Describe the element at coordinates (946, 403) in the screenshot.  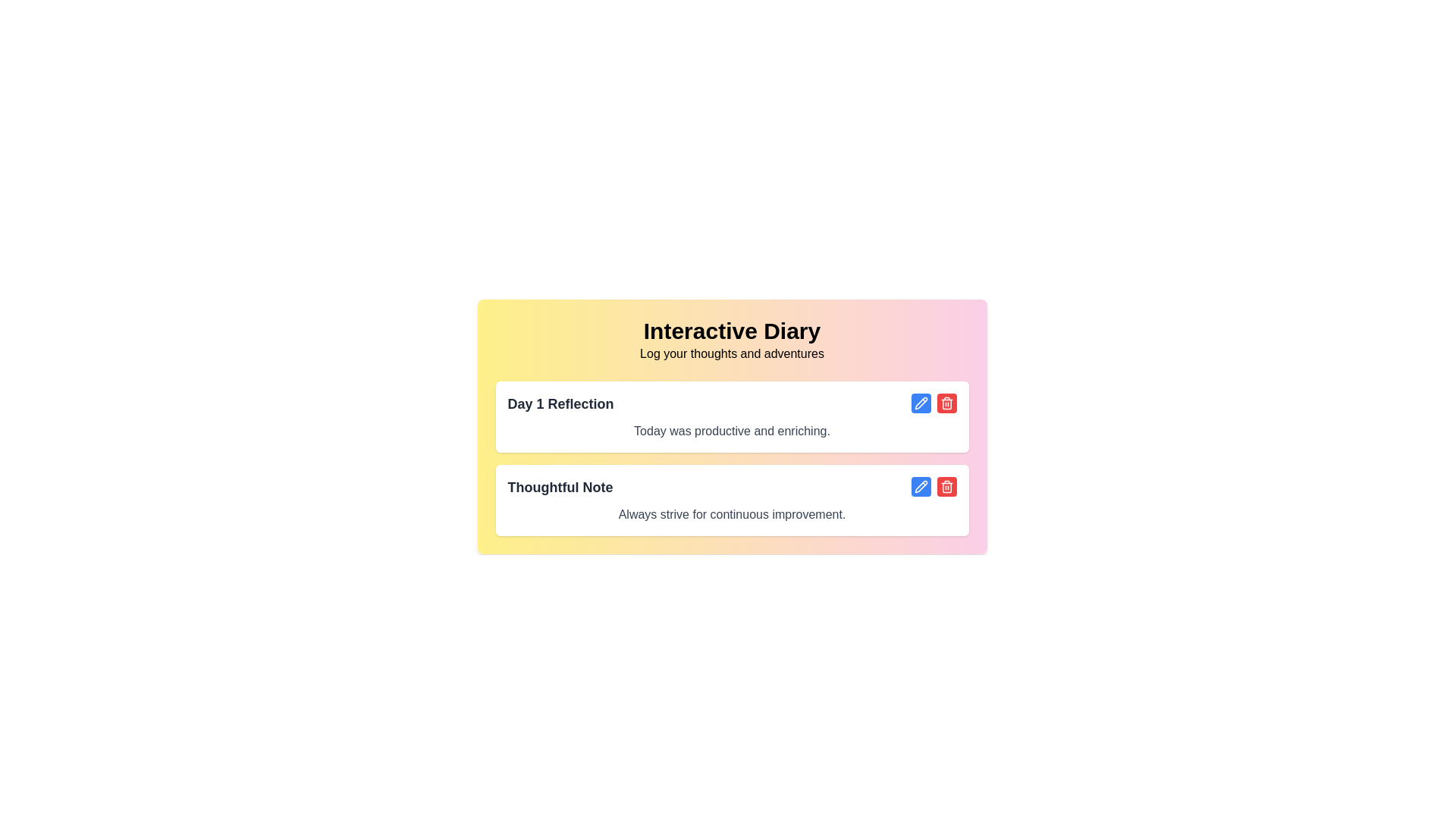
I see `the prominent red rounded button with a white trashcan icon located at the far right of the second item's action controls to change the background color` at that location.